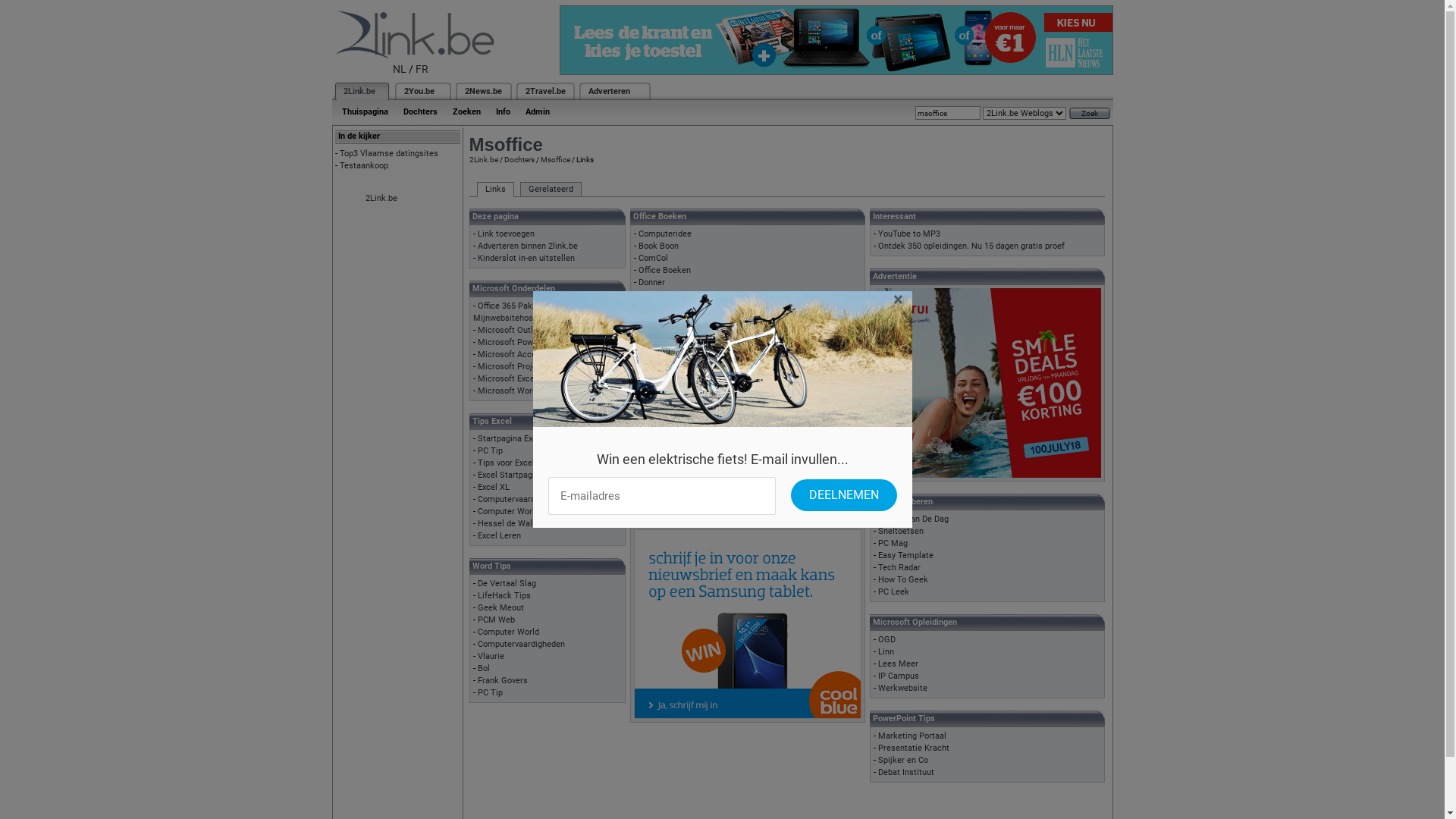 The height and width of the screenshot is (819, 1456). Describe the element at coordinates (506, 462) in the screenshot. I see `'Tips voor Excel'` at that location.